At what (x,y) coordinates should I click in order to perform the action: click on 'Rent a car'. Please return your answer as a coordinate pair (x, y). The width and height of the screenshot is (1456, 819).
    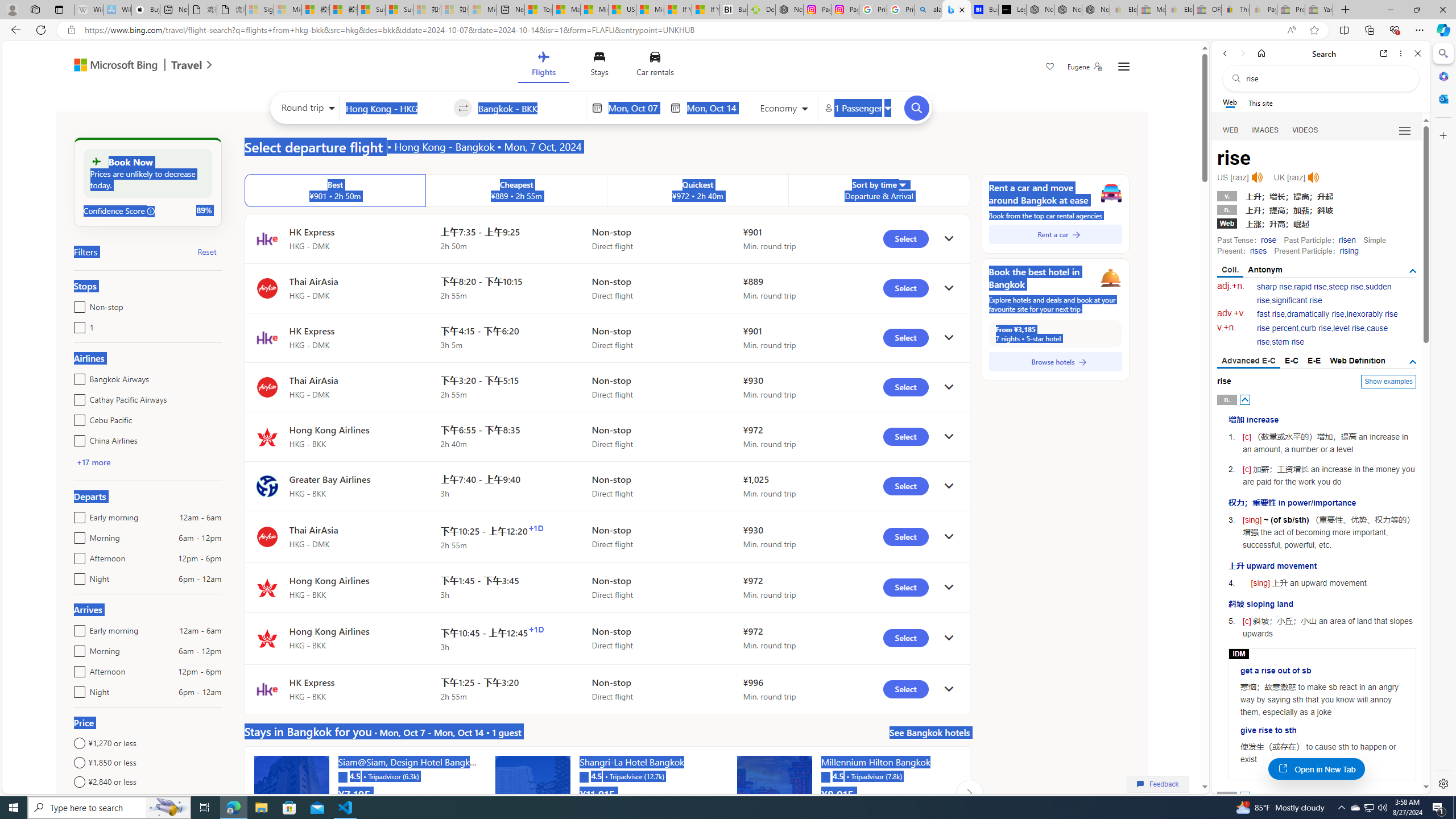
    Looking at the image, I should click on (1055, 233).